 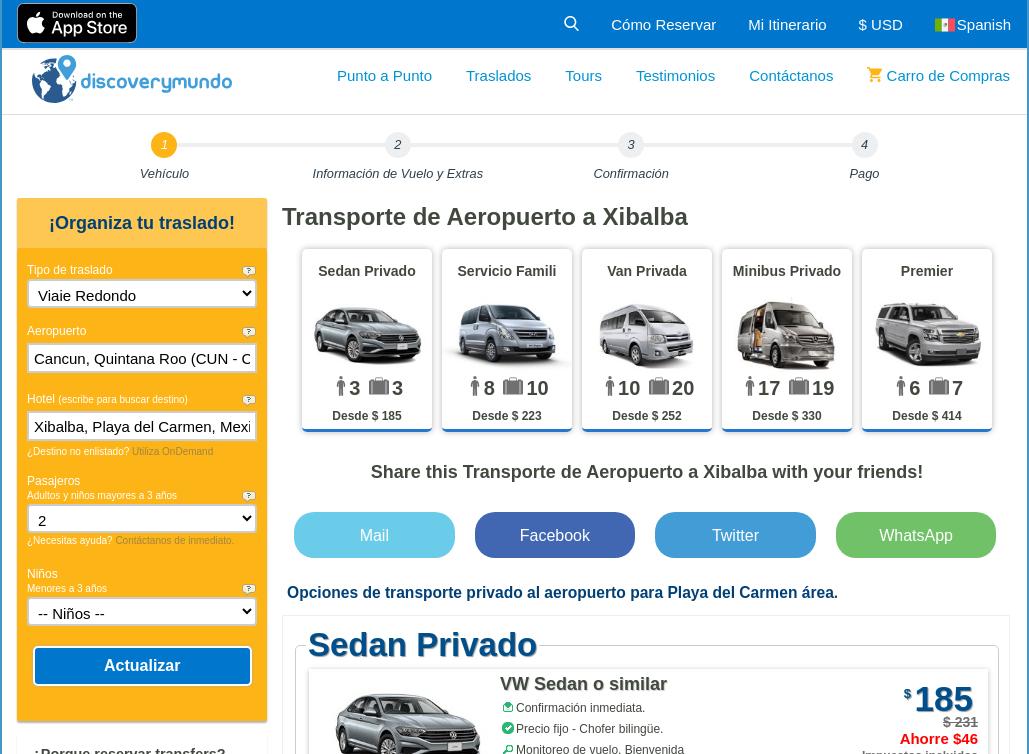 What do you see at coordinates (56, 330) in the screenshot?
I see `'Aeropuerto'` at bounding box center [56, 330].